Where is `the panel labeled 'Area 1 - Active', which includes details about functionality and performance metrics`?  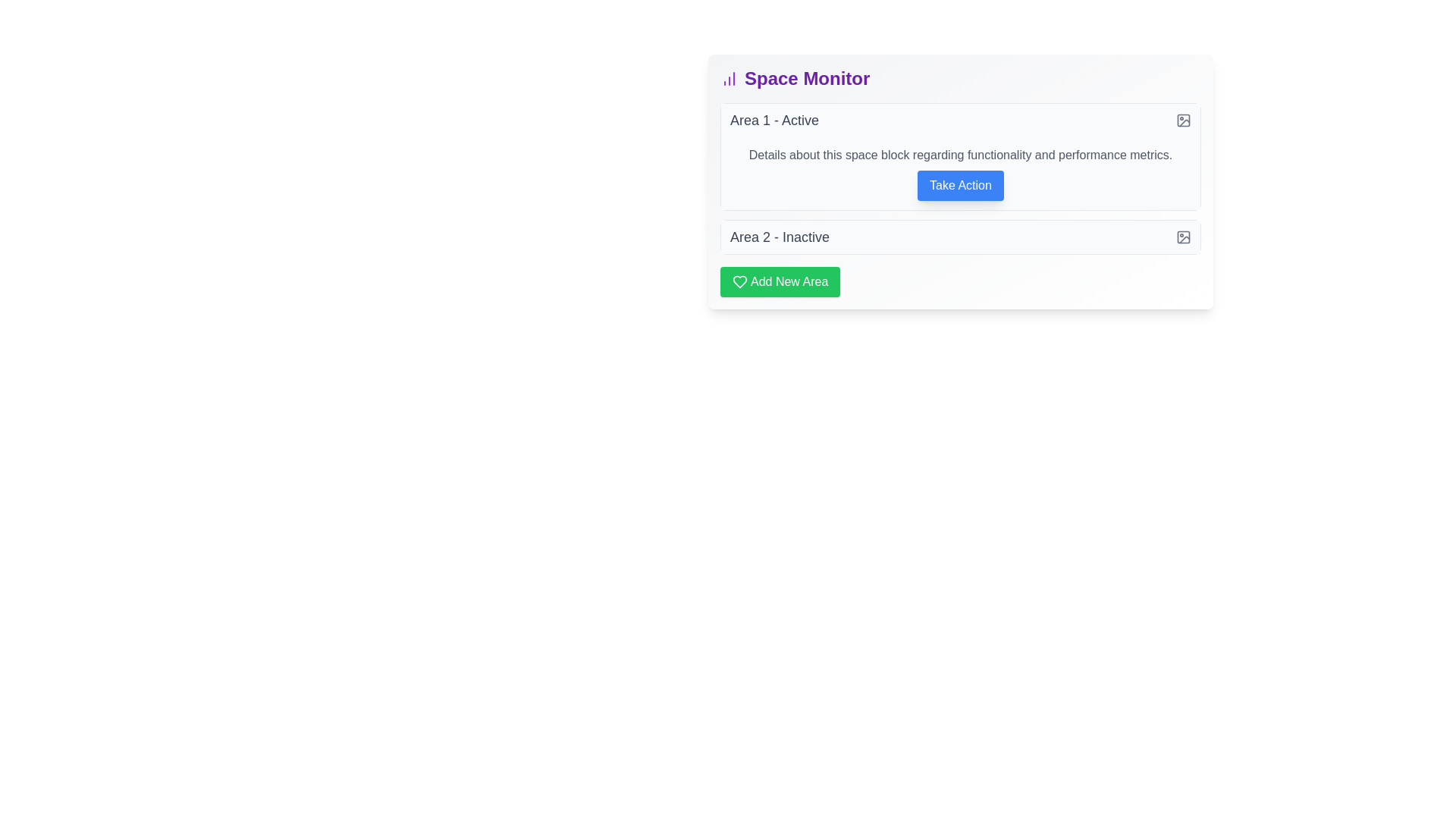 the panel labeled 'Area 1 - Active', which includes details about functionality and performance metrics is located at coordinates (960, 157).